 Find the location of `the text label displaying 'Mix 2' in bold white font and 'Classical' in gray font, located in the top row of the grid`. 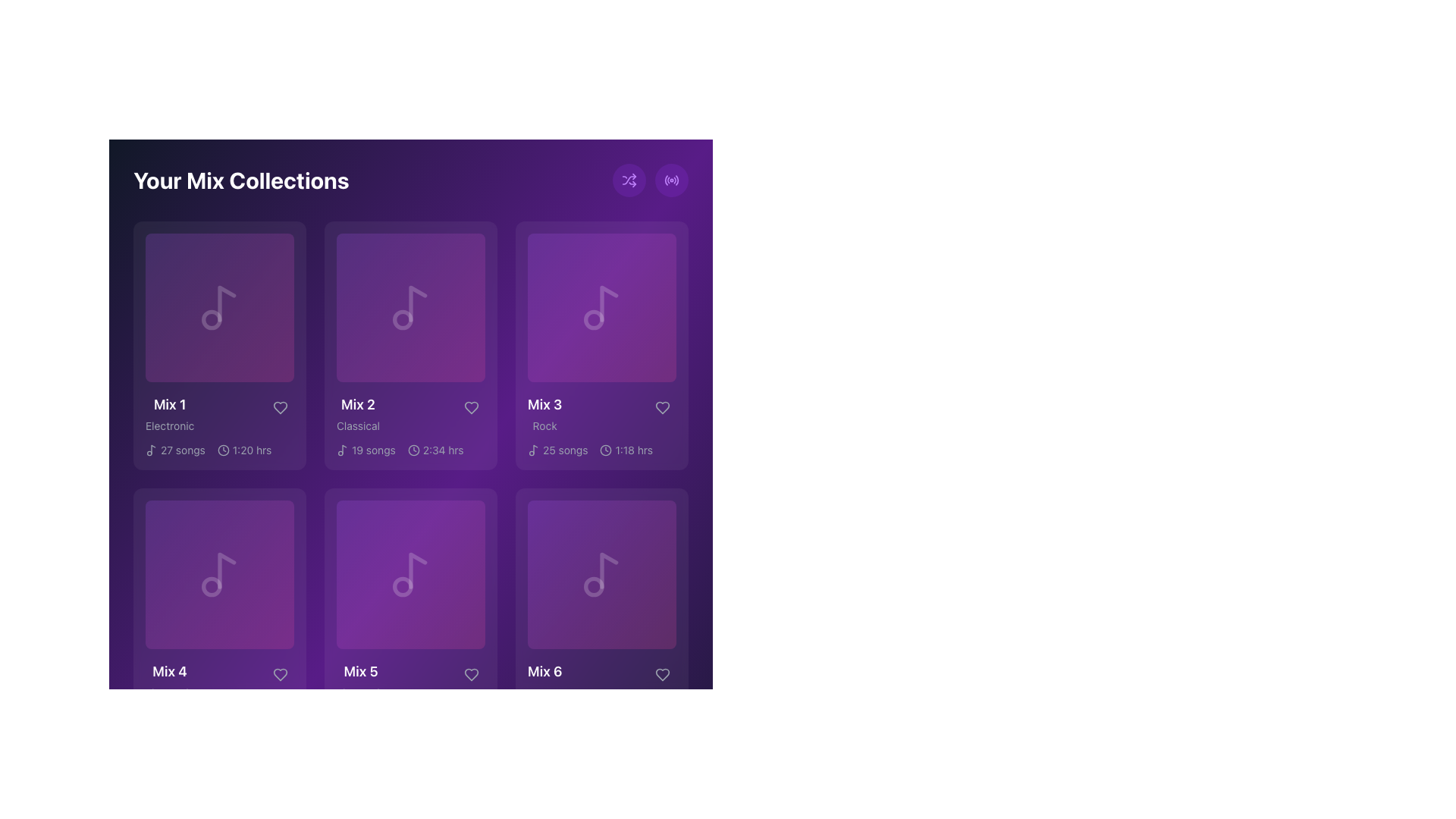

the text label displaying 'Mix 2' in bold white font and 'Classical' in gray font, located in the top row of the grid is located at coordinates (357, 414).